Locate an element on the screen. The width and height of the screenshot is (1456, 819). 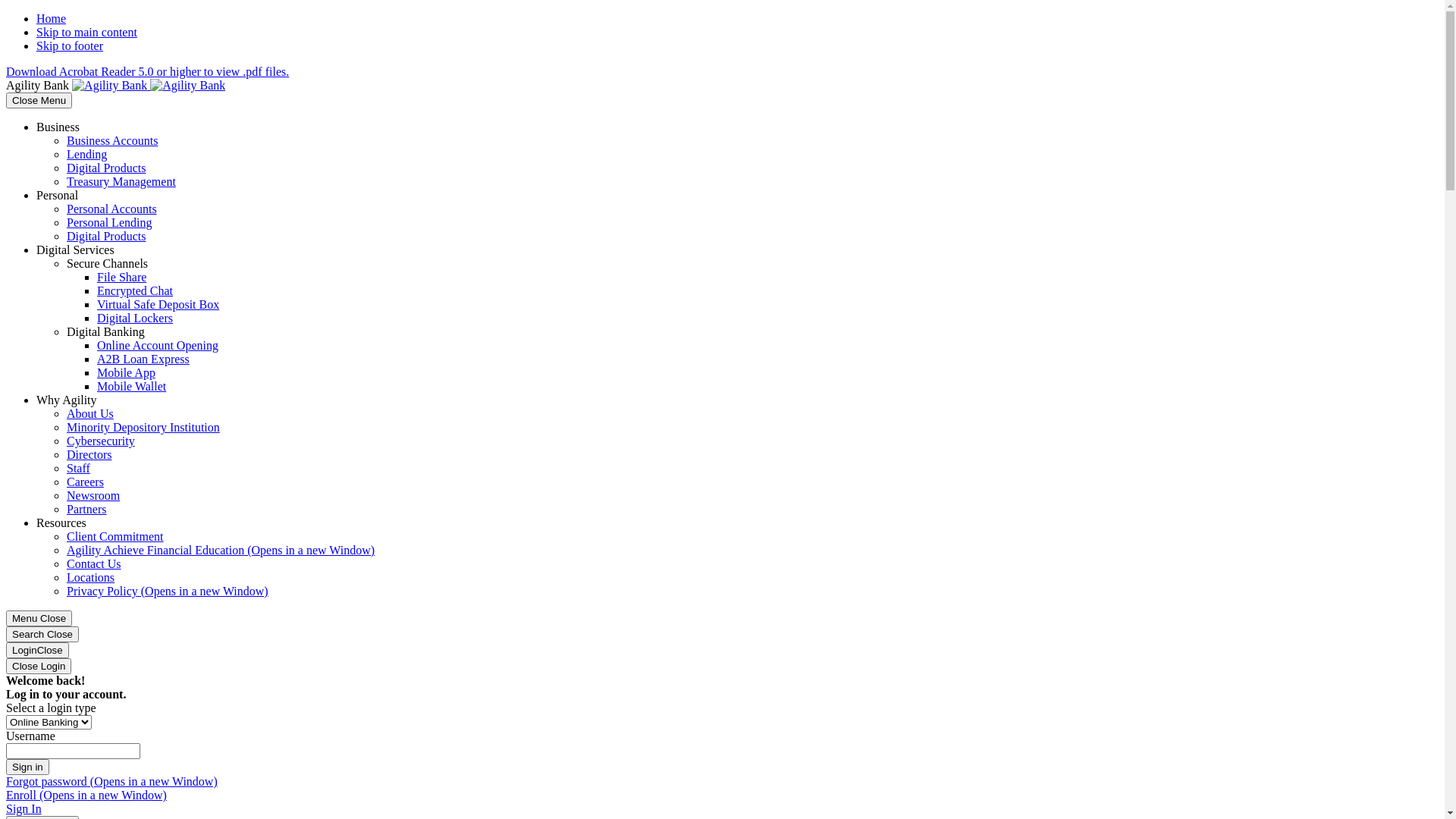
'A2B Loan Express' is located at coordinates (96, 359).